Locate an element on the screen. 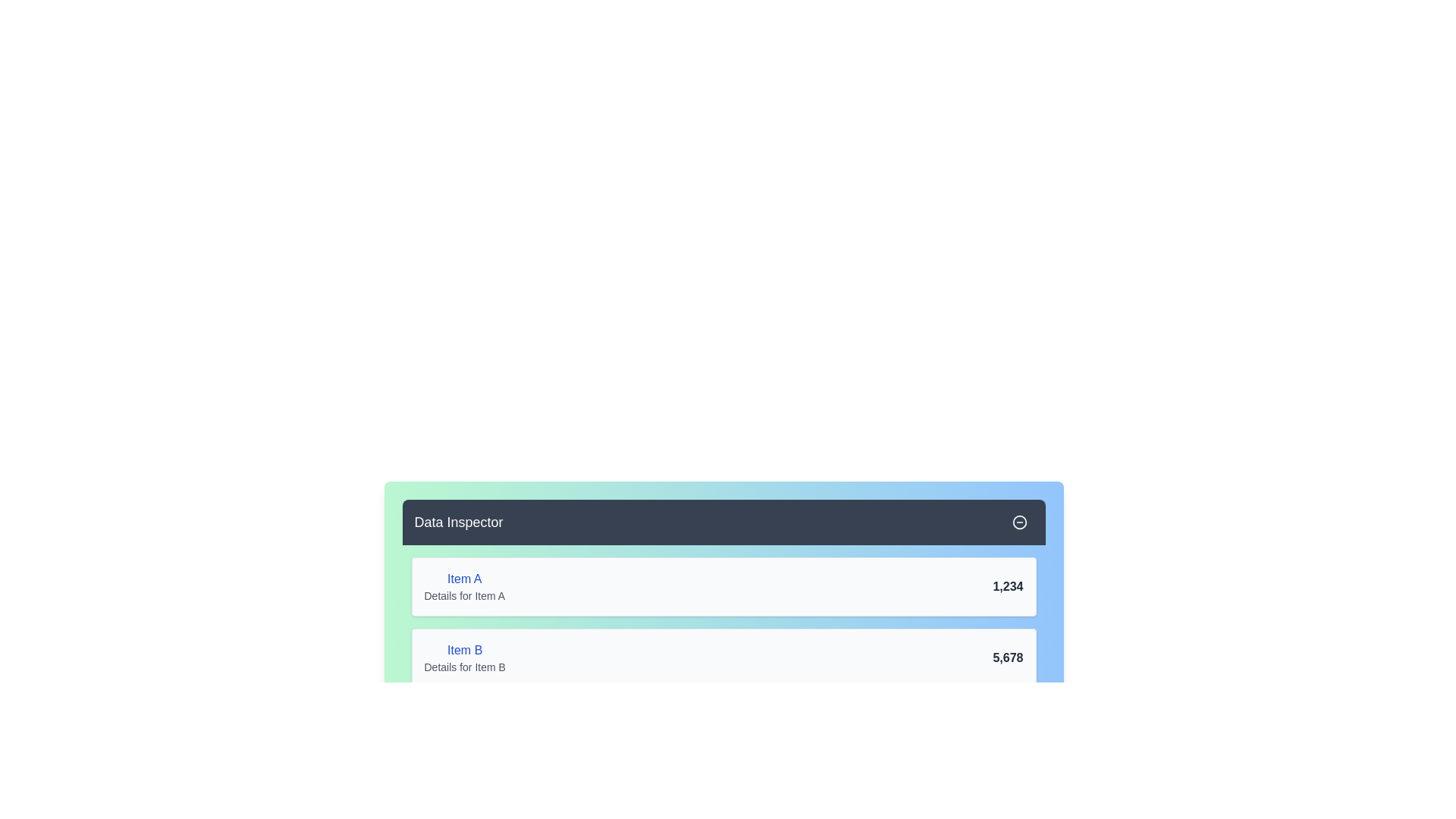 This screenshot has height=819, width=1456. the static text label that serves as the title for the card content, located in the top-left corner of the card beneath the 'Data Inspector' header is located at coordinates (463, 579).